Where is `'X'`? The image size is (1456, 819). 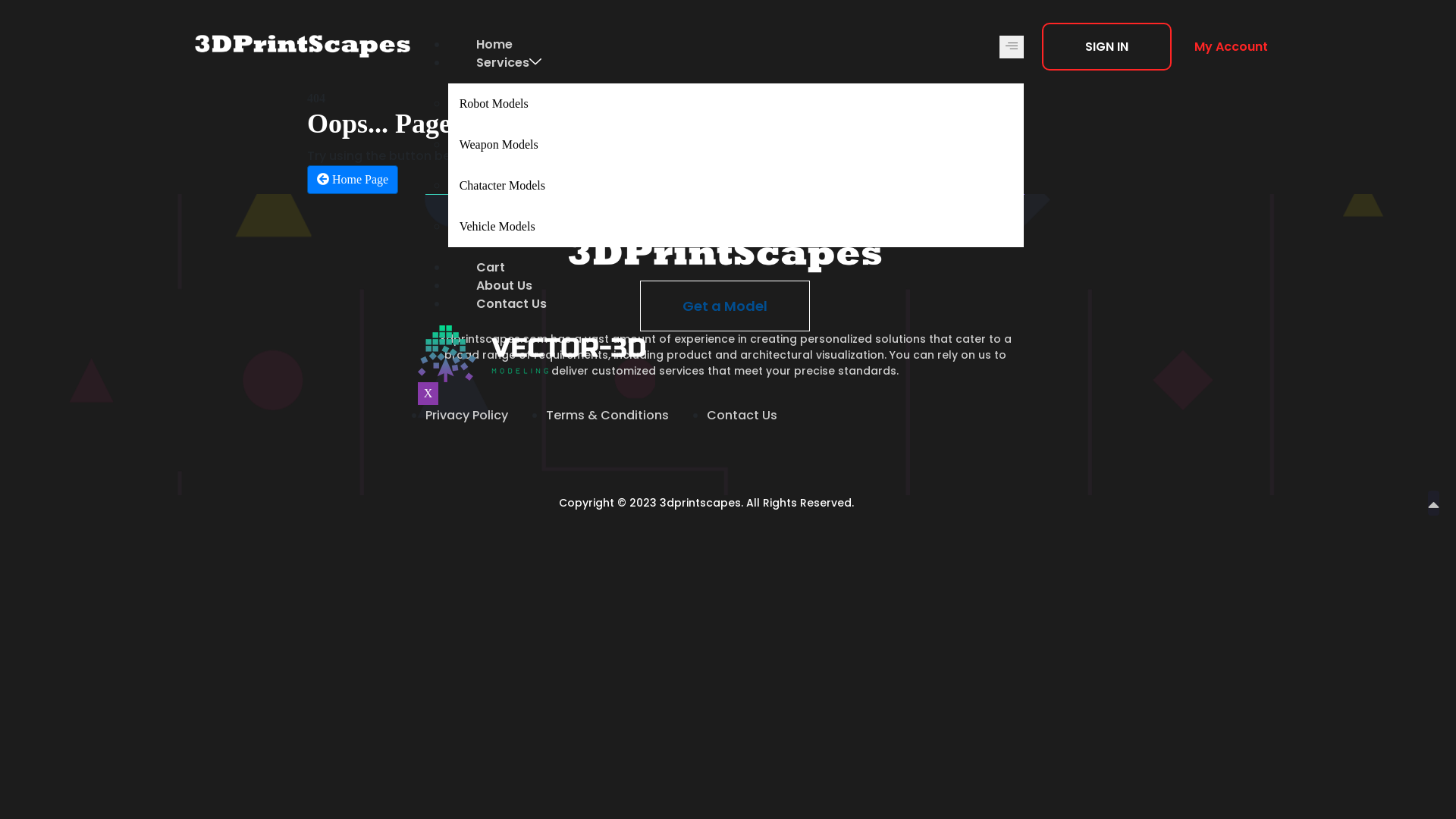 'X' is located at coordinates (428, 393).